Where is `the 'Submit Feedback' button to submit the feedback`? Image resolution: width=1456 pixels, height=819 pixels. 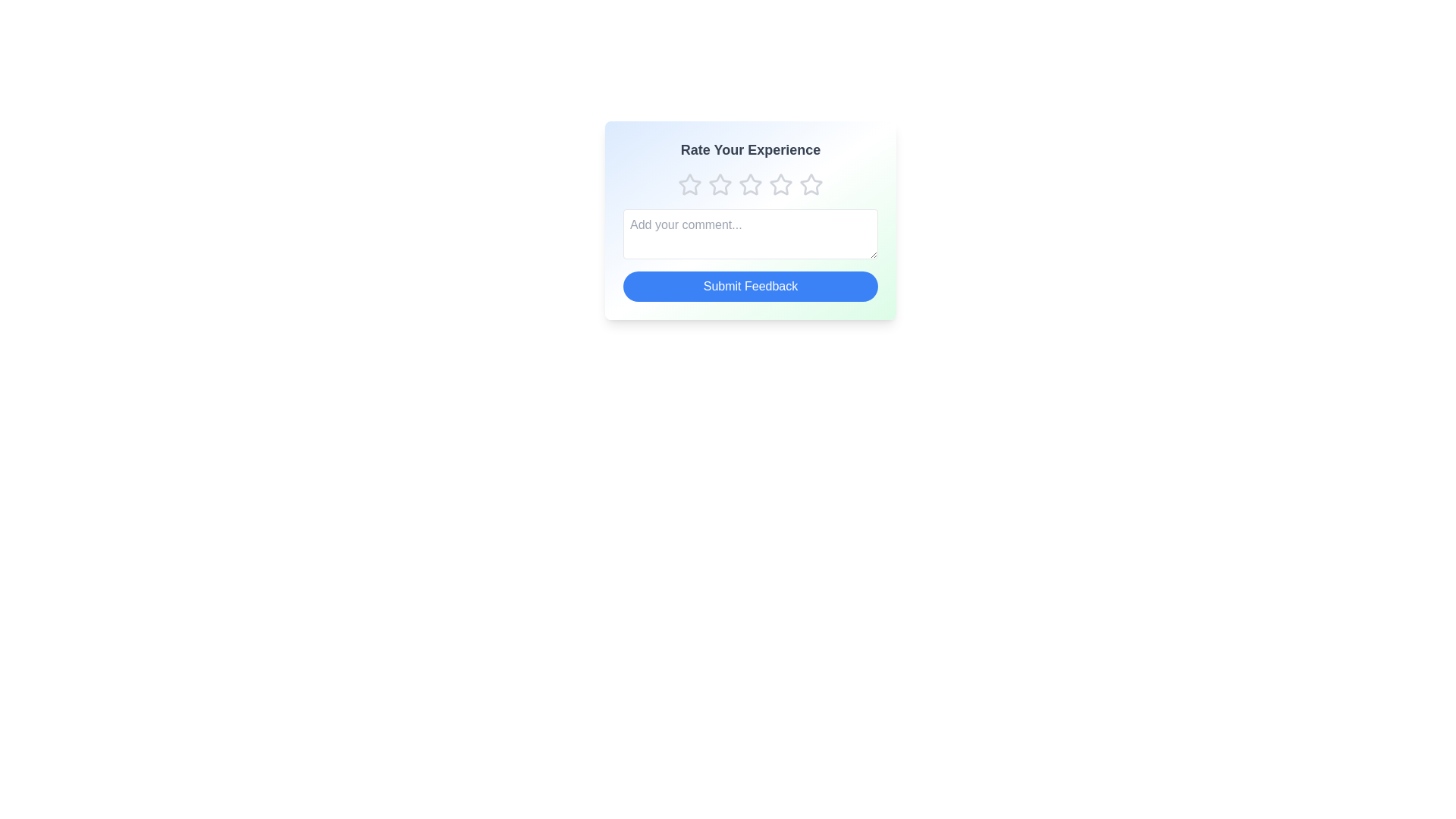 the 'Submit Feedback' button to submit the feedback is located at coordinates (750, 287).